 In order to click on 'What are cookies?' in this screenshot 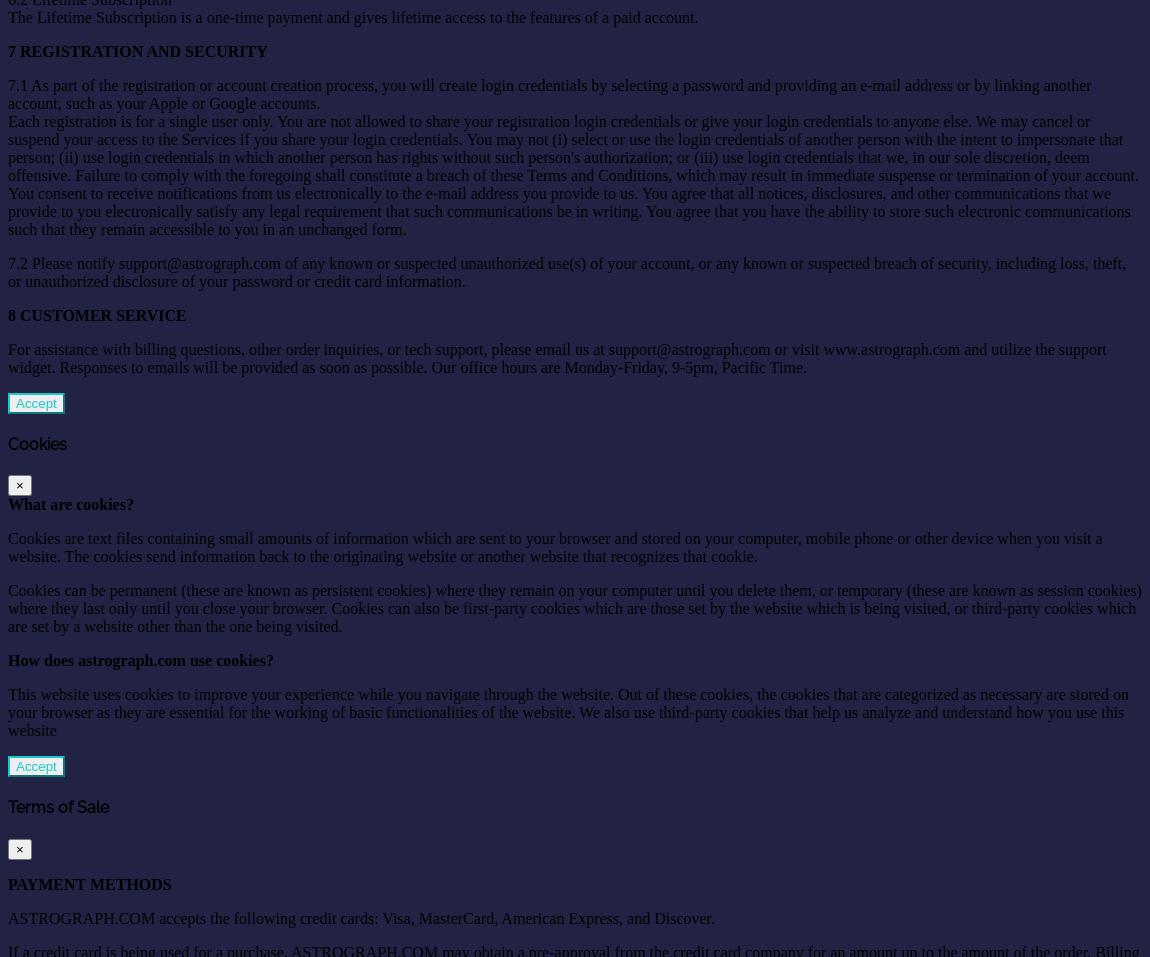, I will do `click(69, 504)`.